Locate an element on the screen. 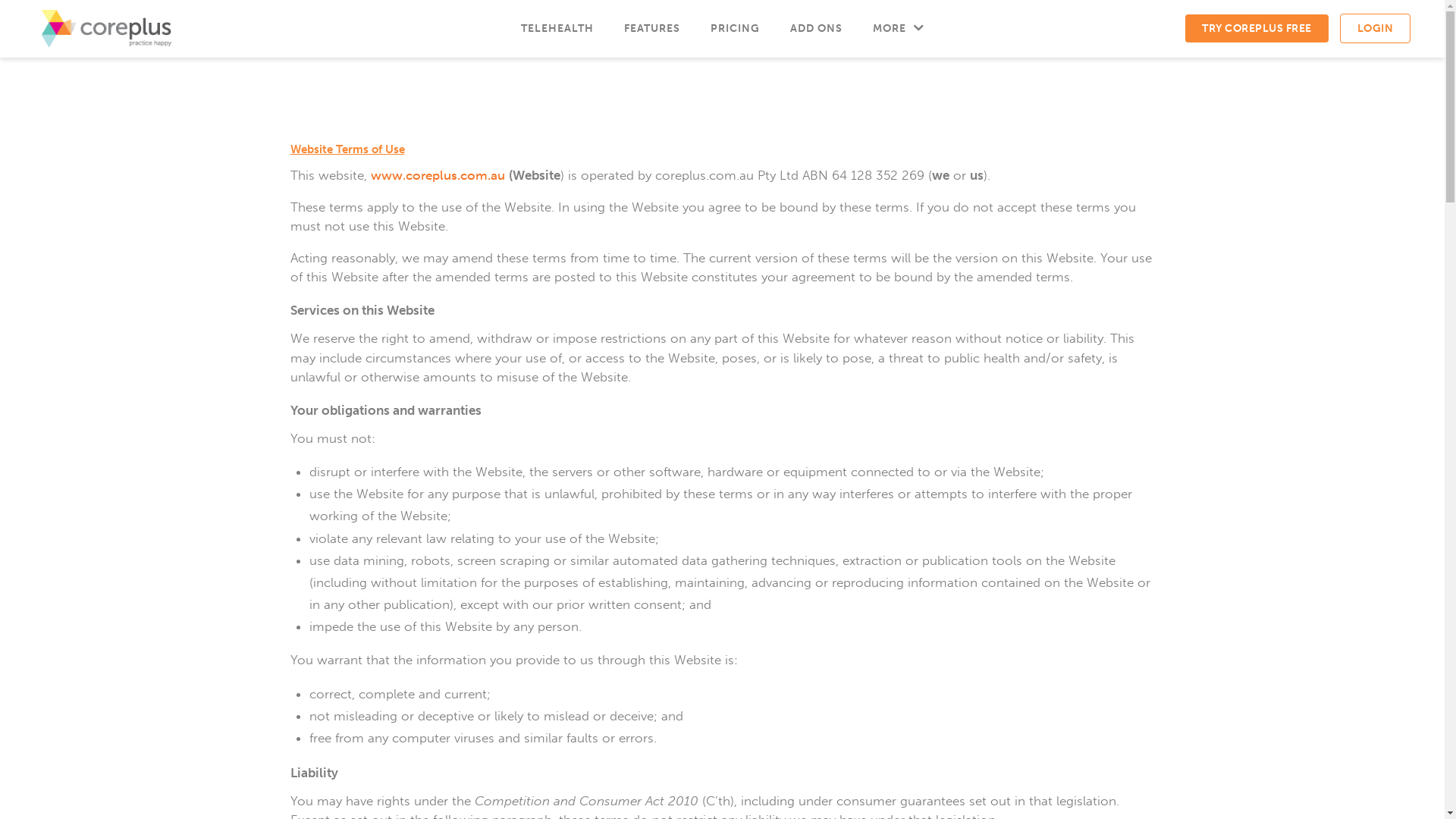  'TRY COREPLUS FREE' is located at coordinates (1257, 28).